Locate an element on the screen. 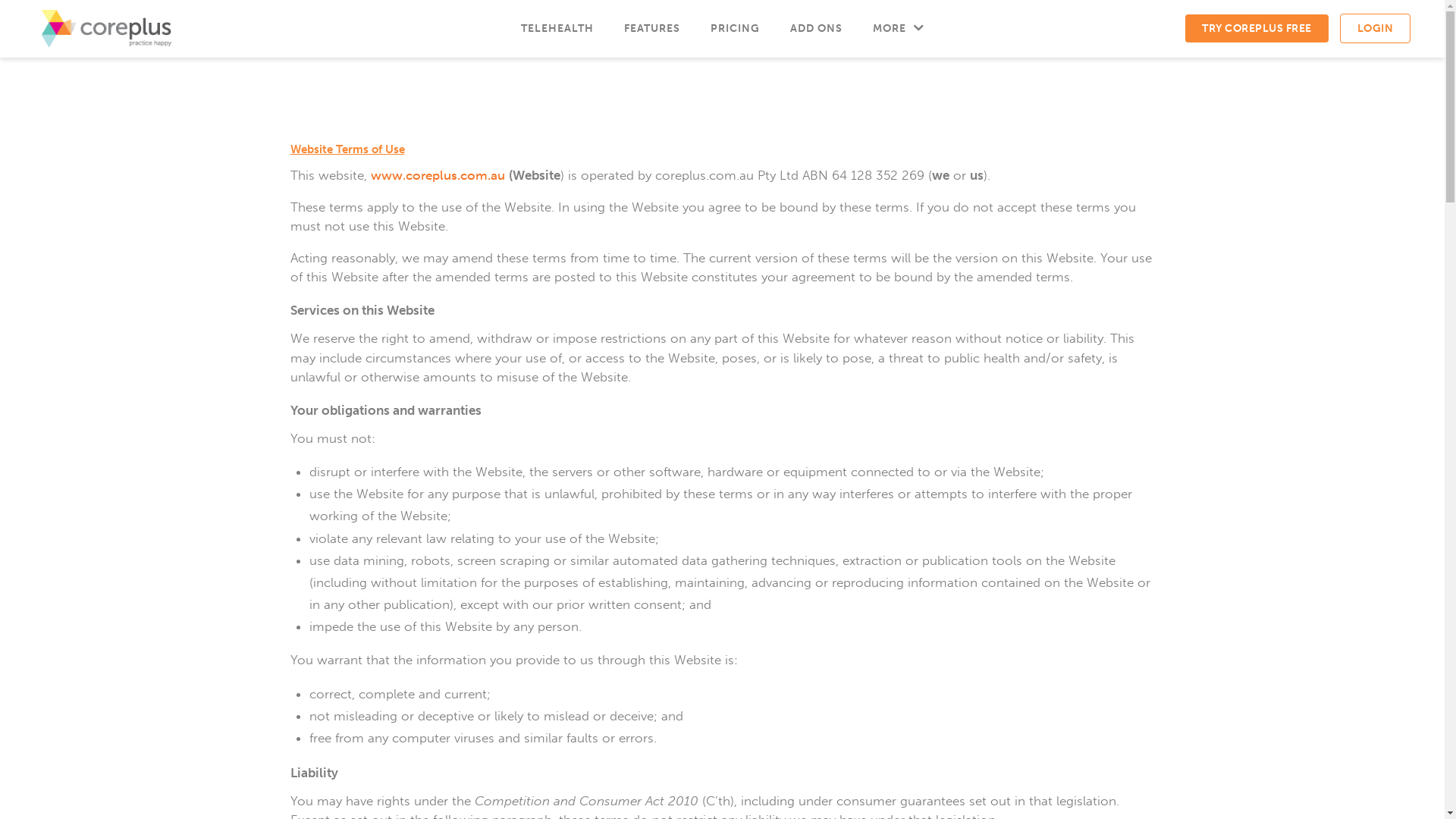  'TRY COREPLUS FREE' is located at coordinates (1257, 28).